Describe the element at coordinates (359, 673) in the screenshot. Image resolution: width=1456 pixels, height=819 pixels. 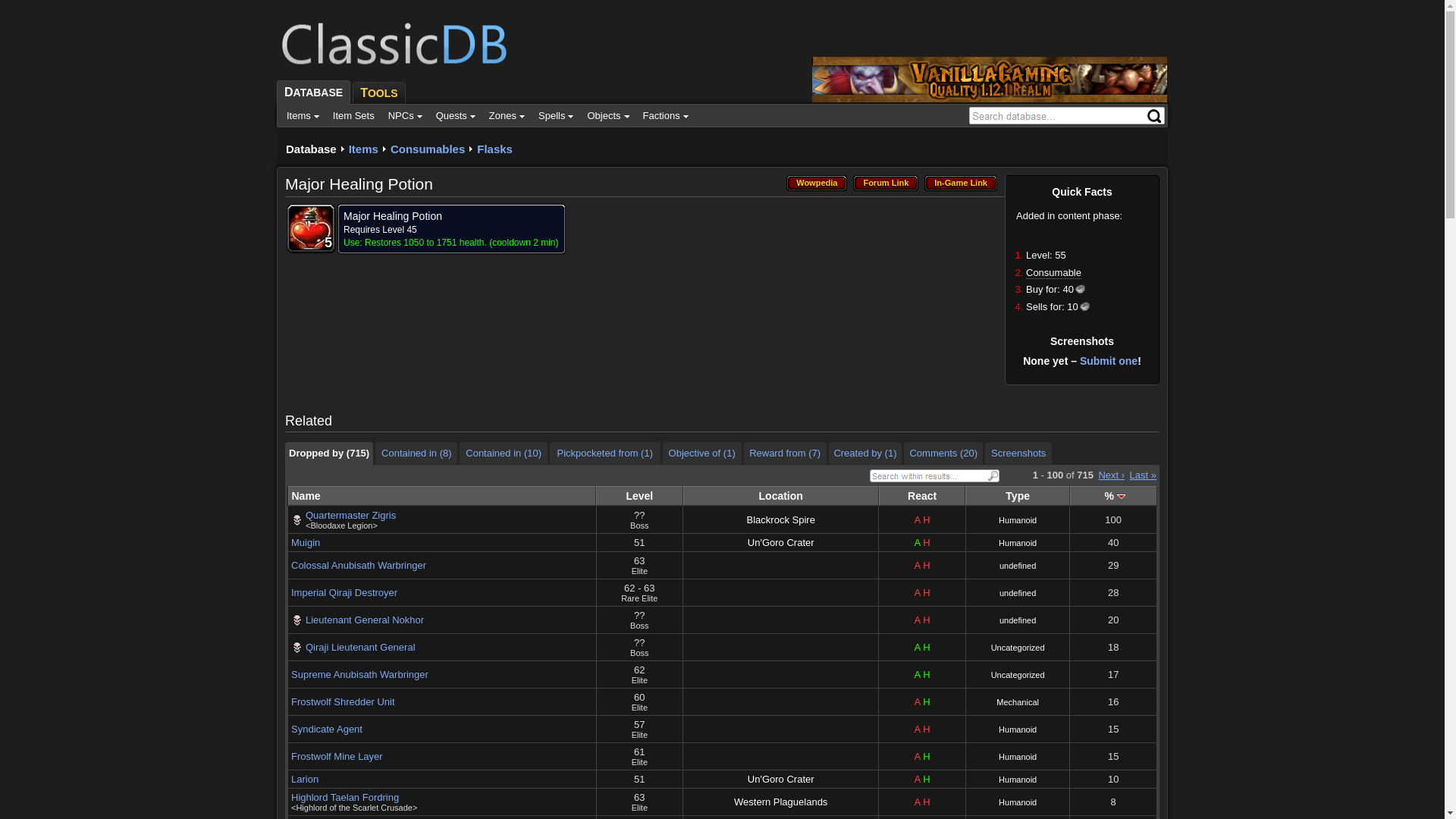
I see `'Supreme Anubisath Warbringer'` at that location.